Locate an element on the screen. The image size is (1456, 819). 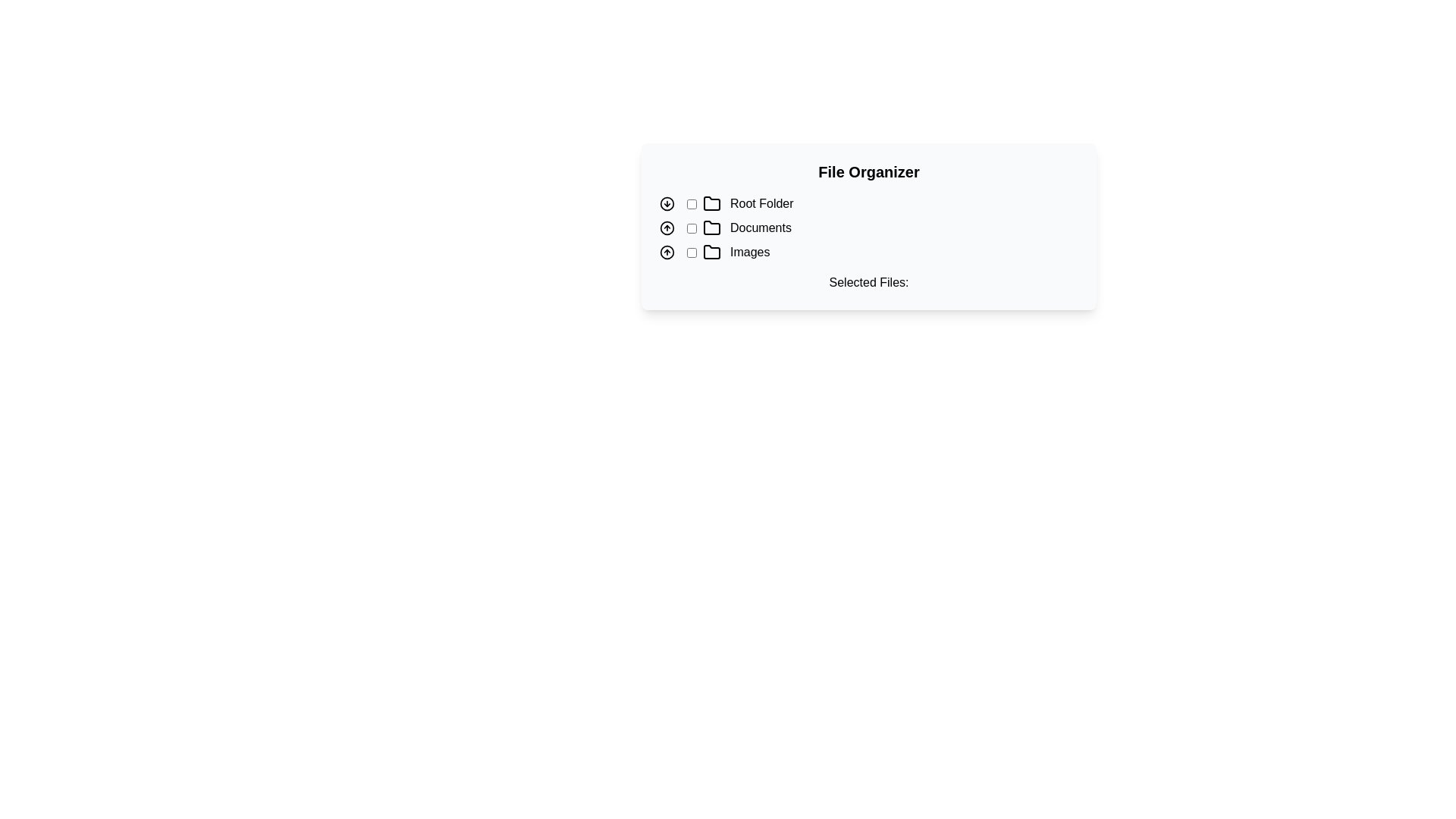
the folder icon with a black outline and white background, which is positioned next to the label 'Documents' in the file organizer component is located at coordinates (711, 227).